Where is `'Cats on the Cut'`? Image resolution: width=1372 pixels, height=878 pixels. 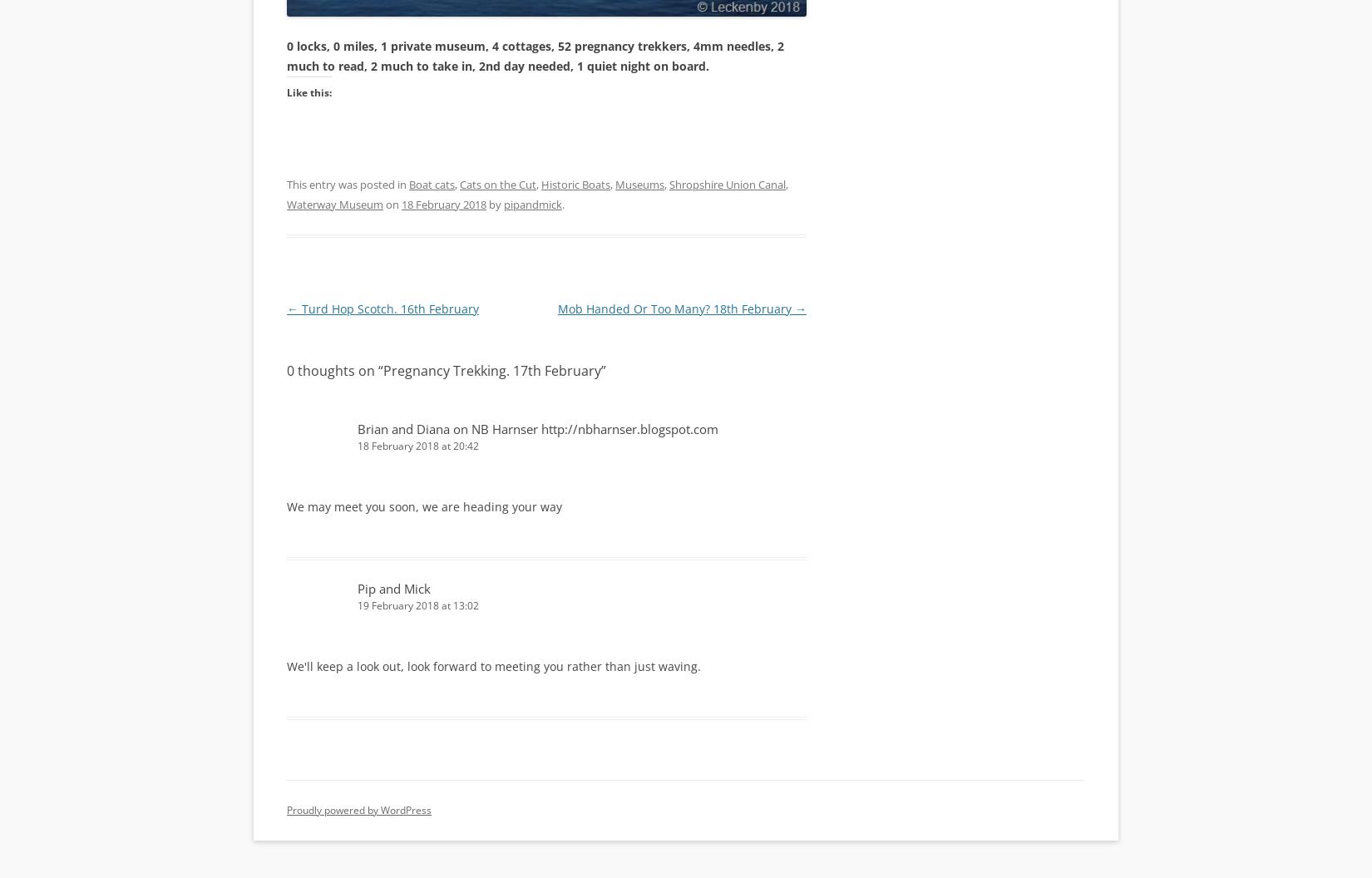
'Cats on the Cut' is located at coordinates (496, 183).